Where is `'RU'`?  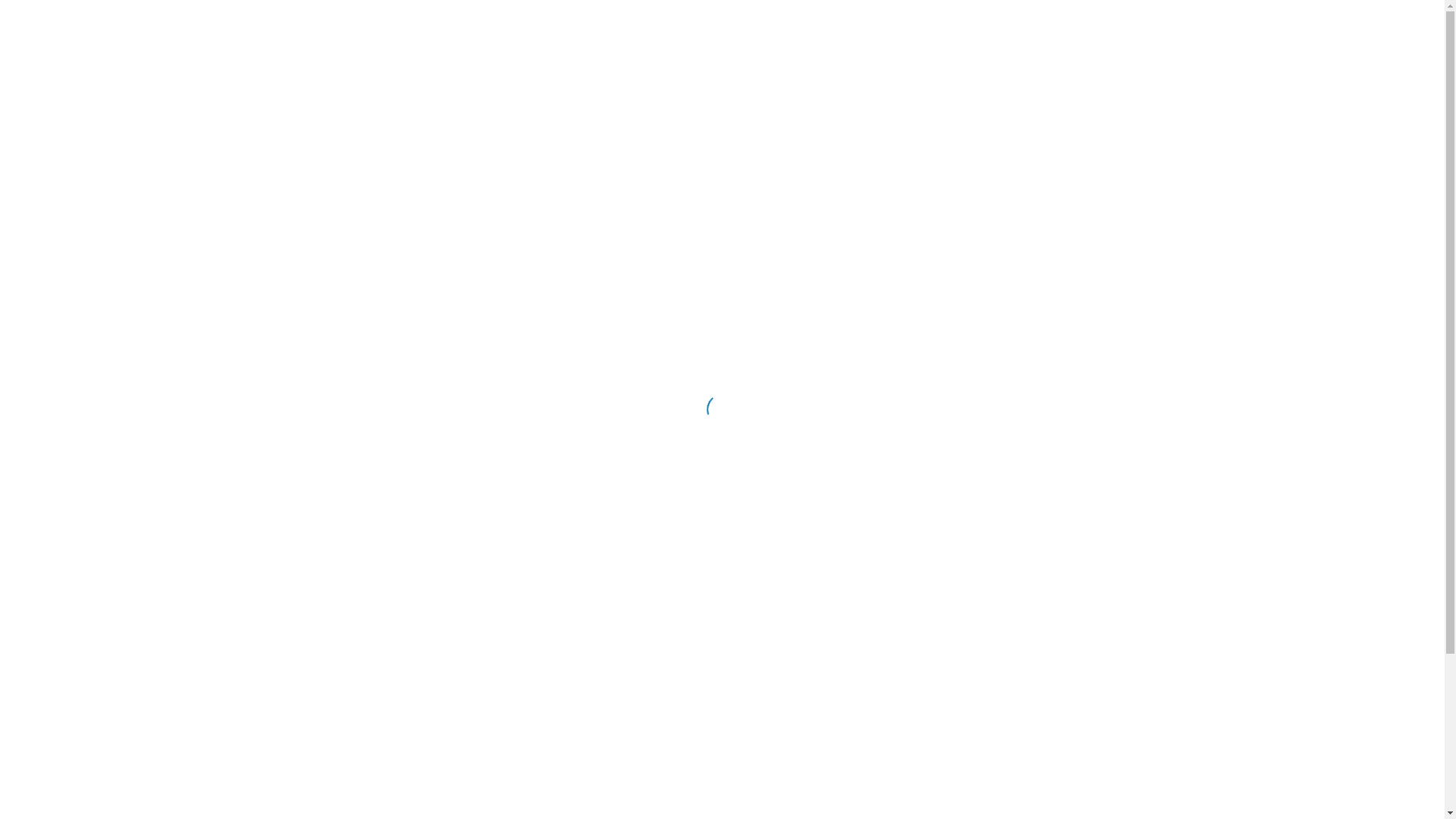 'RU' is located at coordinates (1394, 23).